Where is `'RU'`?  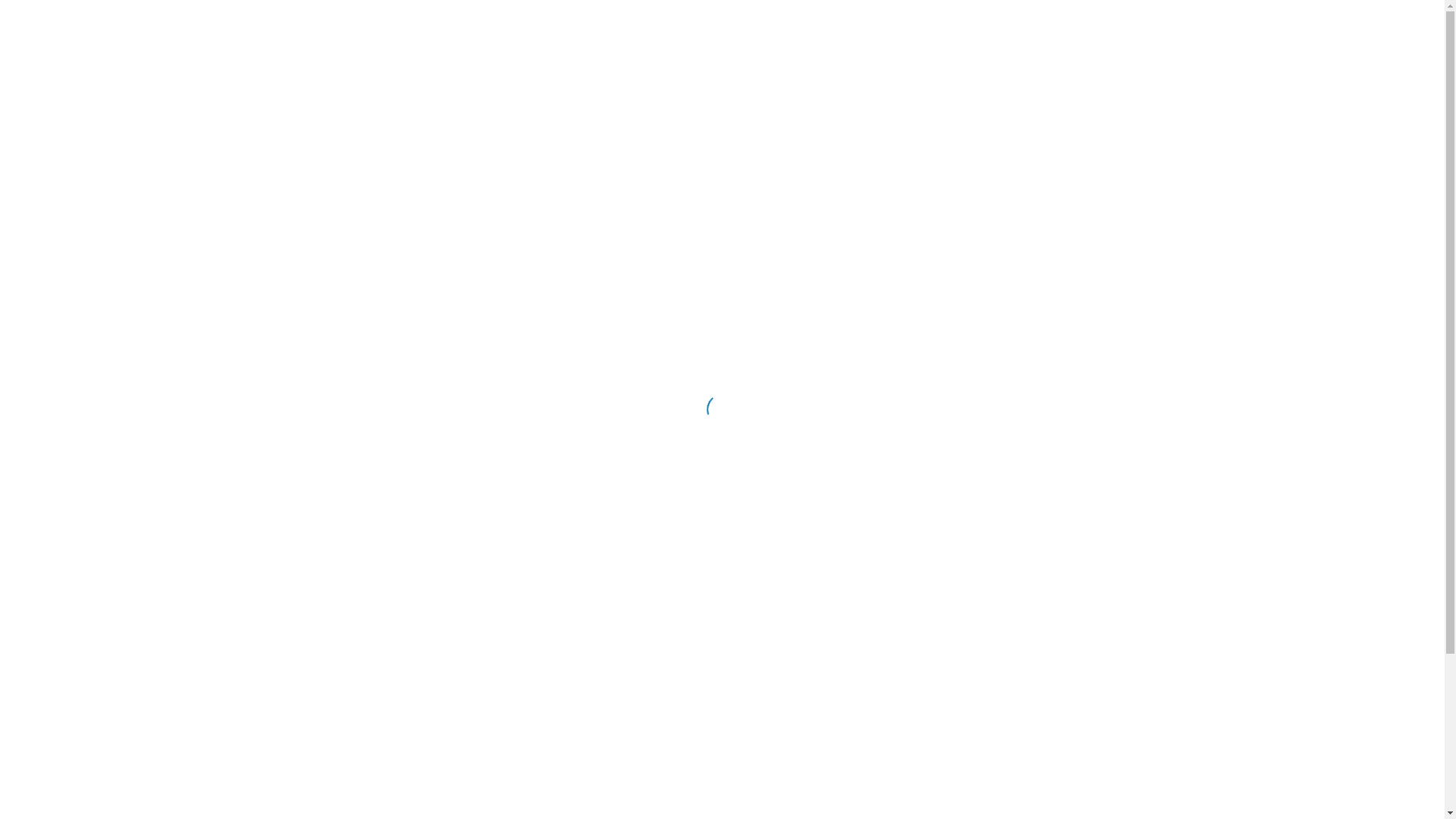 'RU' is located at coordinates (1394, 23).